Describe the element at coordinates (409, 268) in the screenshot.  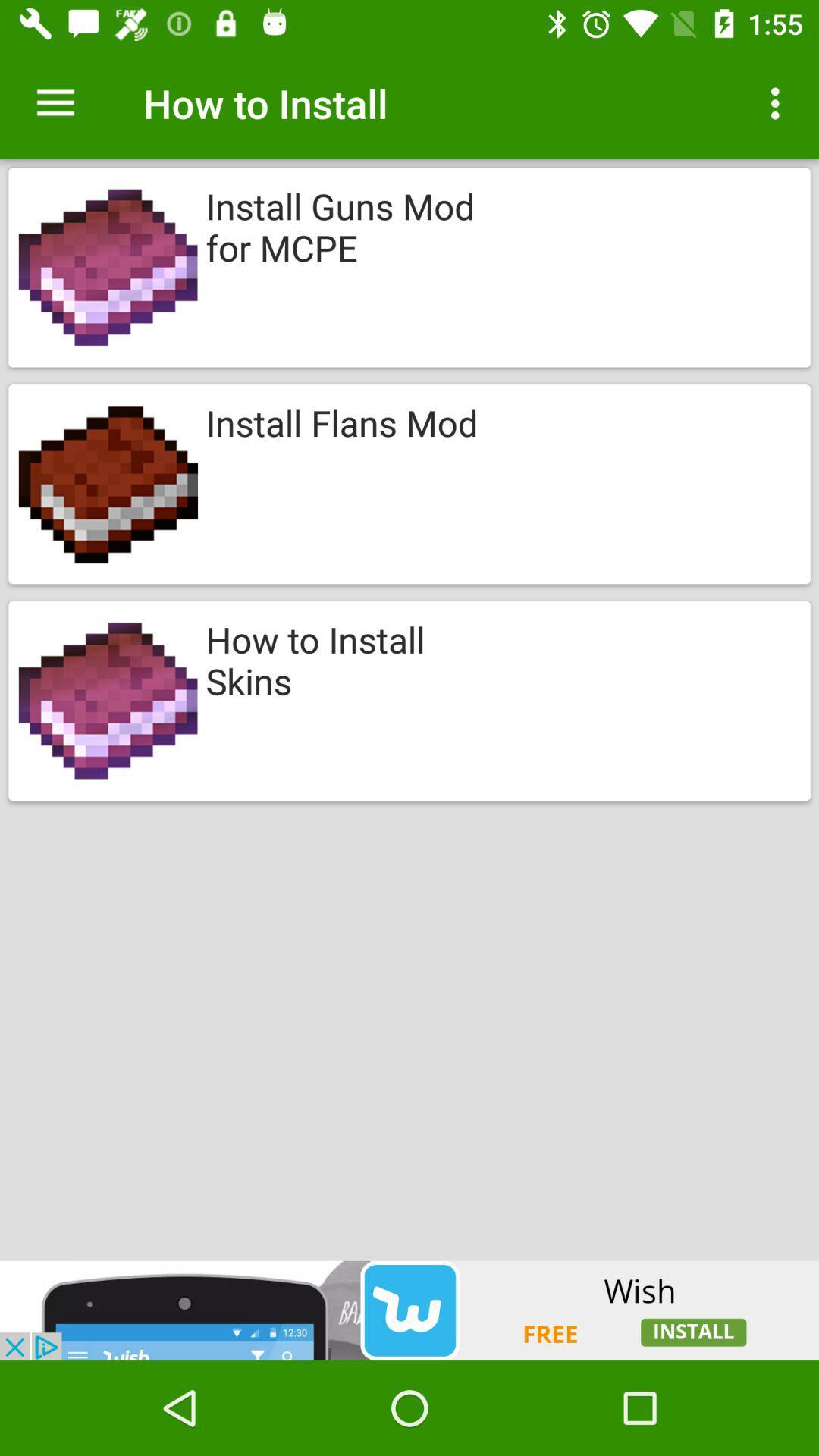
I see `the first image below how to install` at that location.